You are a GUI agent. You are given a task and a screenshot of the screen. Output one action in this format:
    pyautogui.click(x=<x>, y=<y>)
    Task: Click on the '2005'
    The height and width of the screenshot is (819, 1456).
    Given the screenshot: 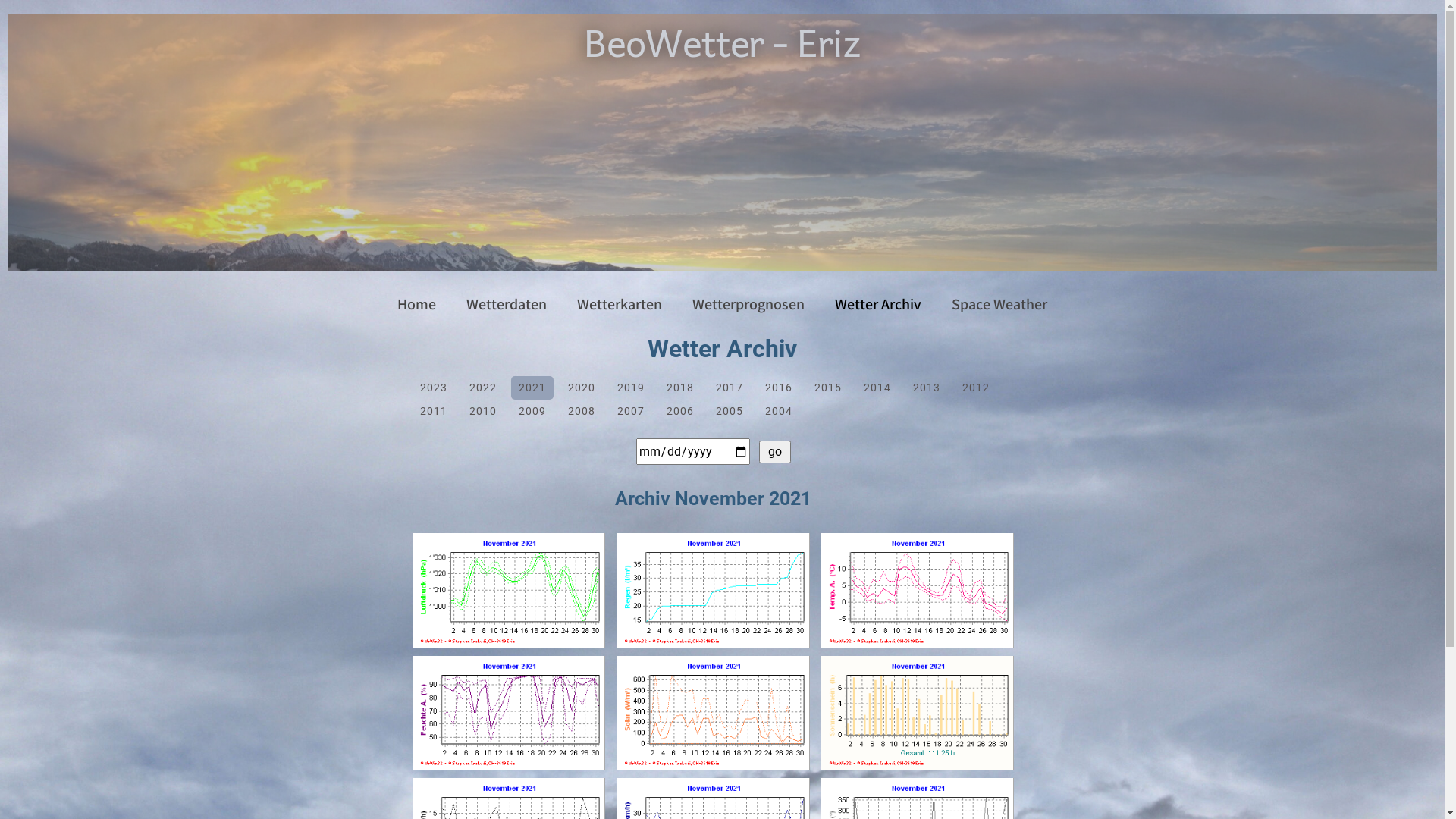 What is the action you would take?
    pyautogui.click(x=729, y=411)
    